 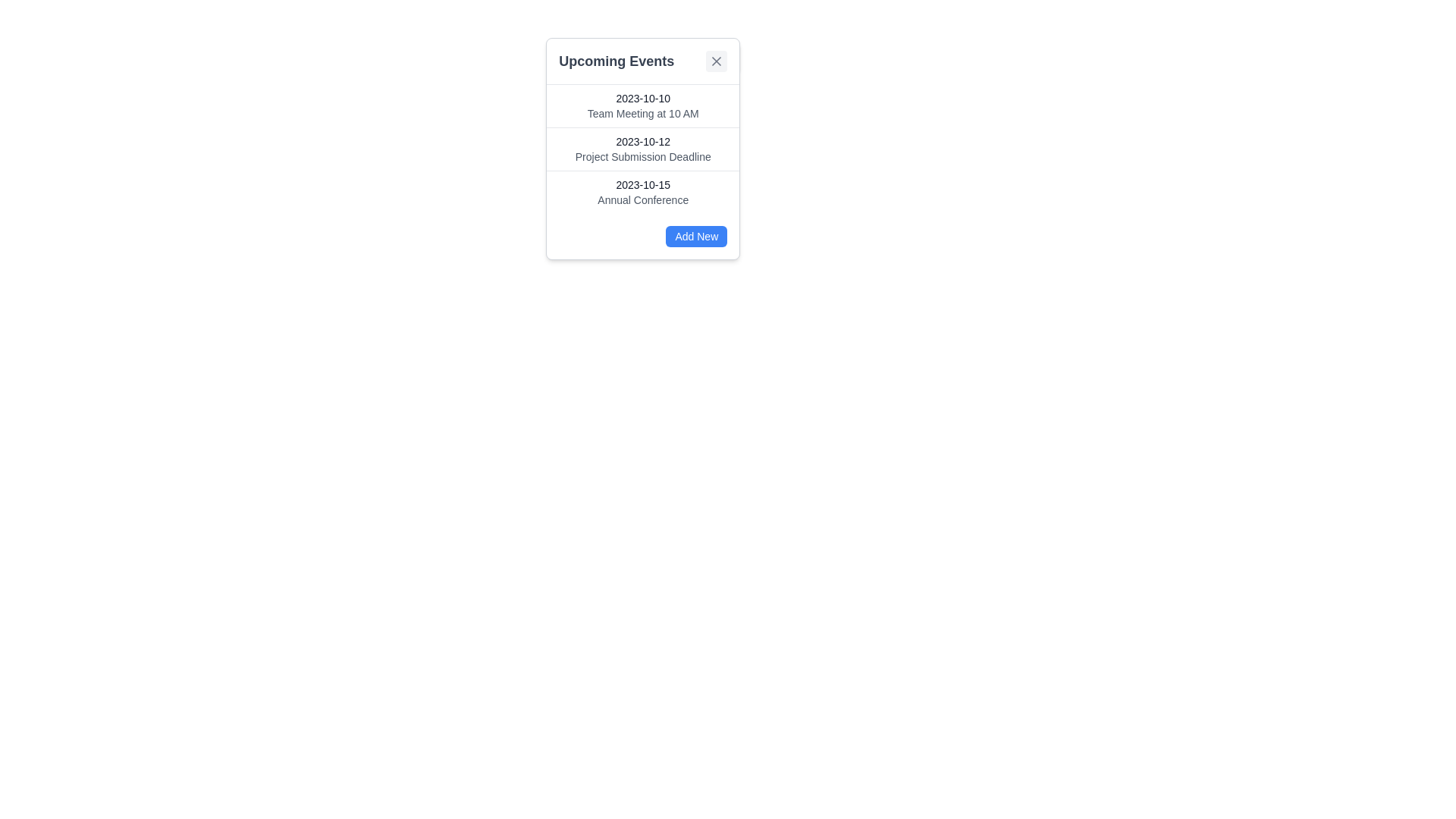 What do you see at coordinates (643, 149) in the screenshot?
I see `the text block displaying the event 'Project Submission Deadline on 2023-10-12' within the 'Upcoming Events' card` at bounding box center [643, 149].